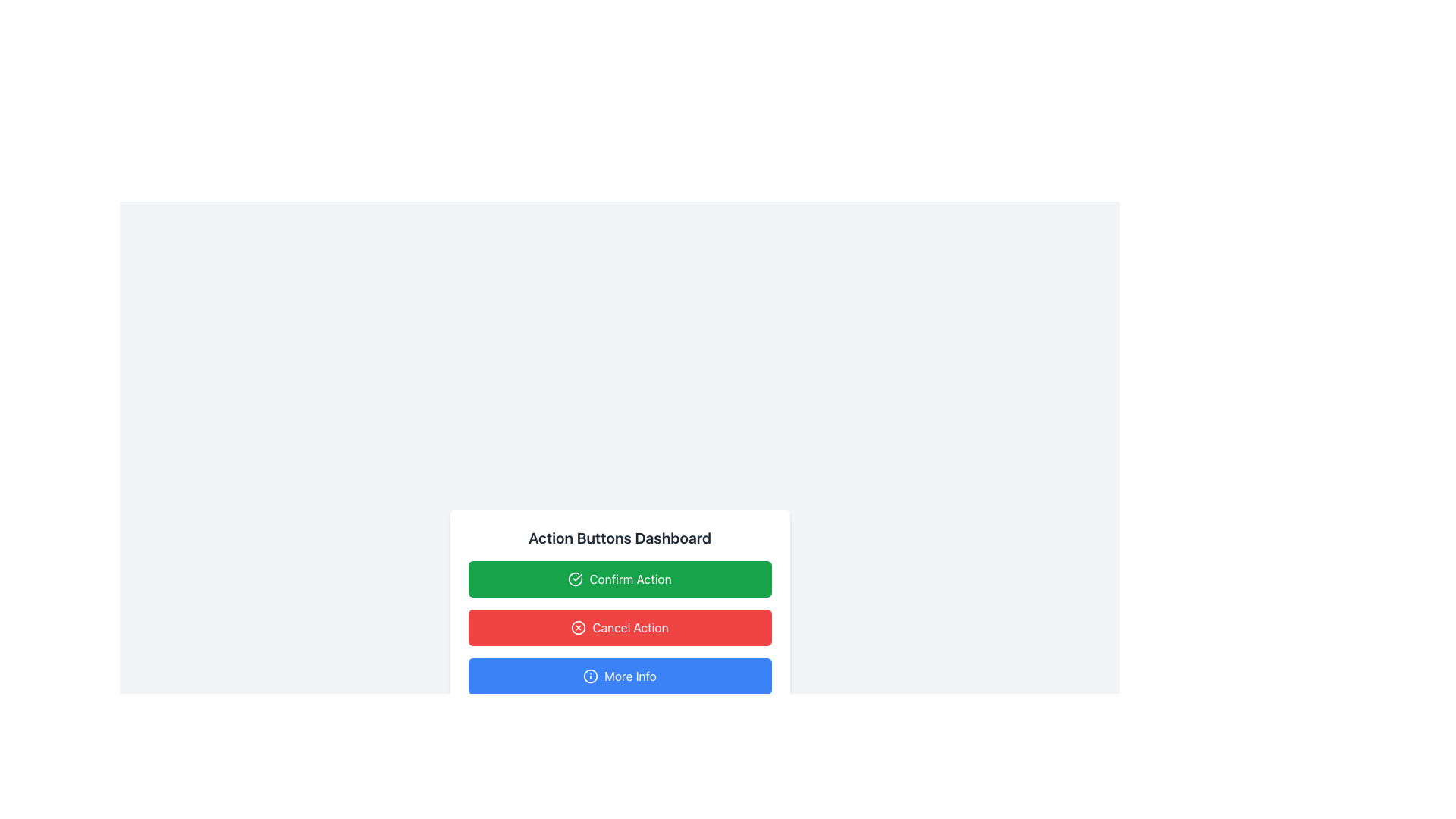 The height and width of the screenshot is (819, 1456). I want to click on the circular green checkmark icon within the 'Confirm Action' button, which is centrally positioned among three vertically stacked buttons, so click(575, 579).